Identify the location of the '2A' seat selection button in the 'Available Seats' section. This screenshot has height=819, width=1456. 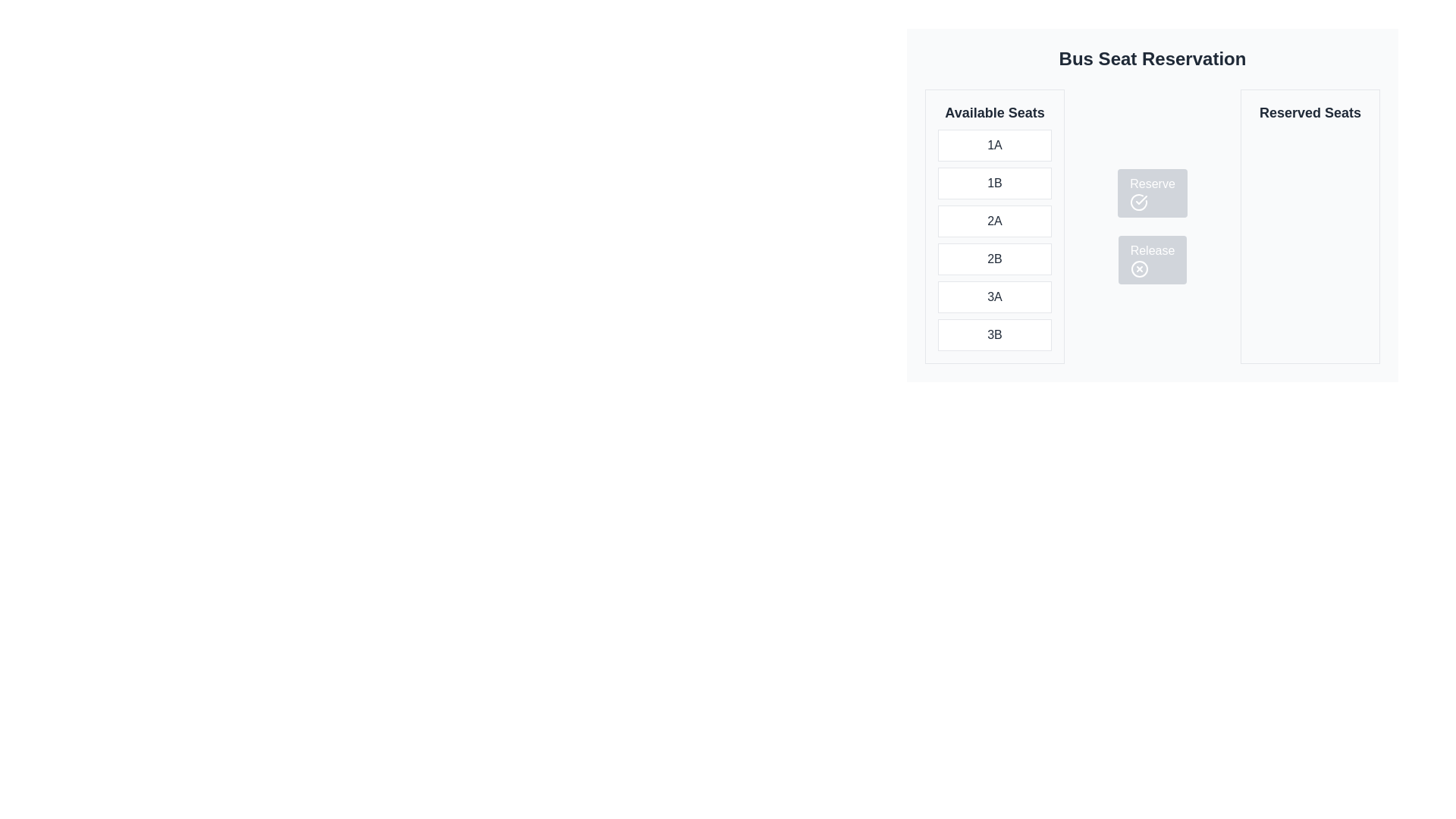
(994, 221).